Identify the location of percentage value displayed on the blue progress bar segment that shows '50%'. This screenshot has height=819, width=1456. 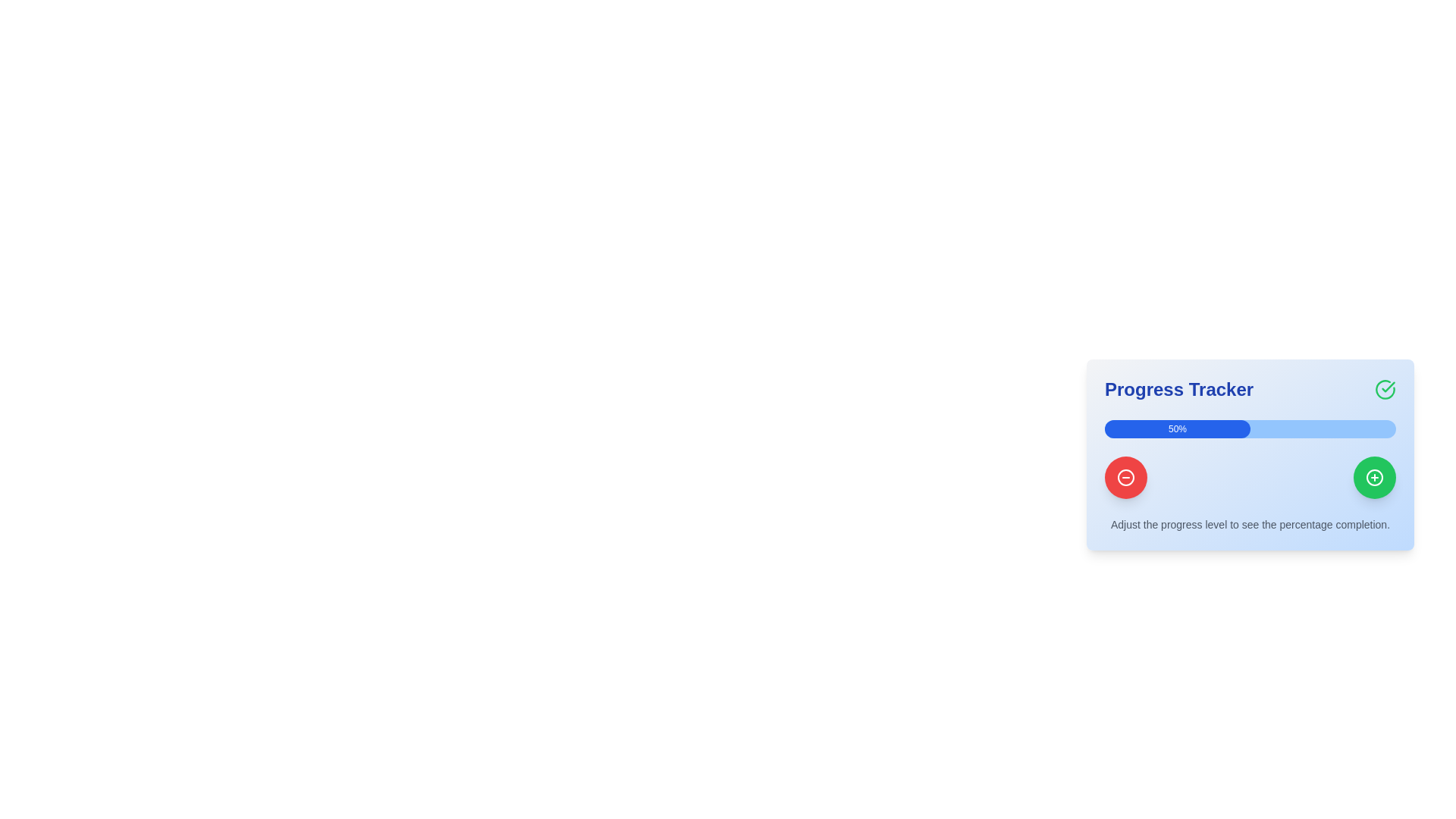
(1177, 429).